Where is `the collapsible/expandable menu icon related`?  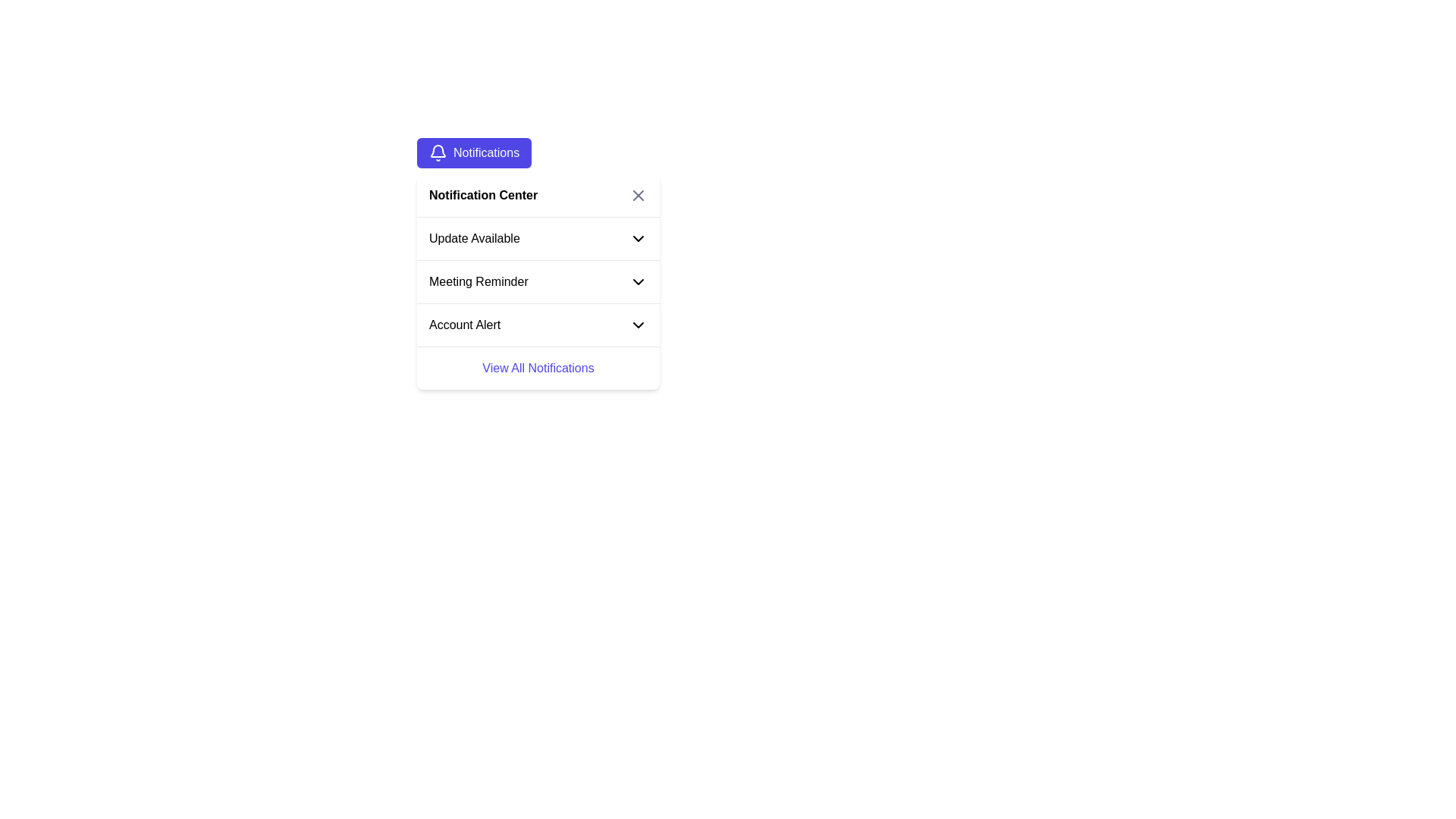 the collapsible/expandable menu icon related is located at coordinates (638, 324).